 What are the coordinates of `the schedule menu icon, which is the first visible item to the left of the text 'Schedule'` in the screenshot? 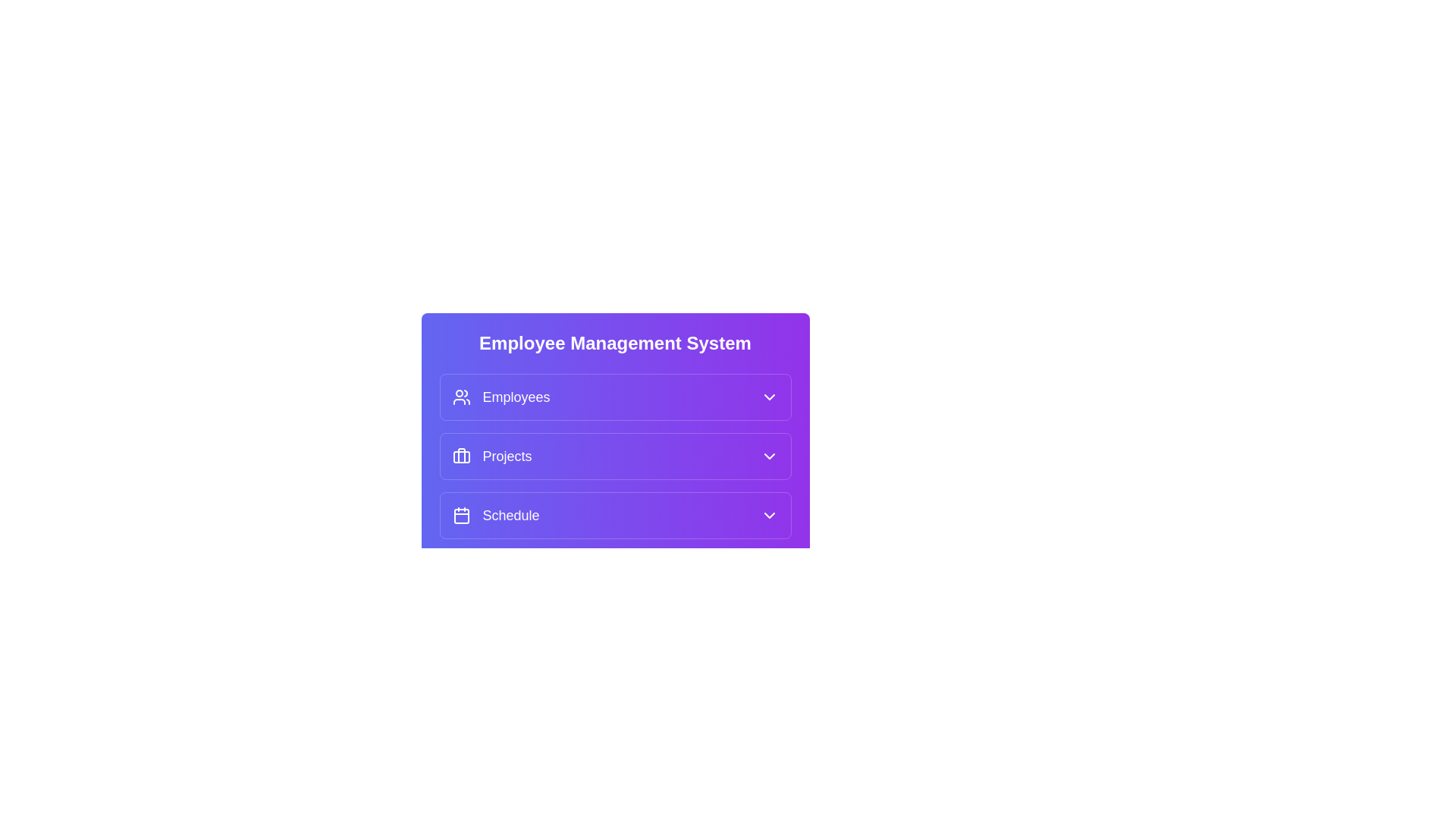 It's located at (460, 514).